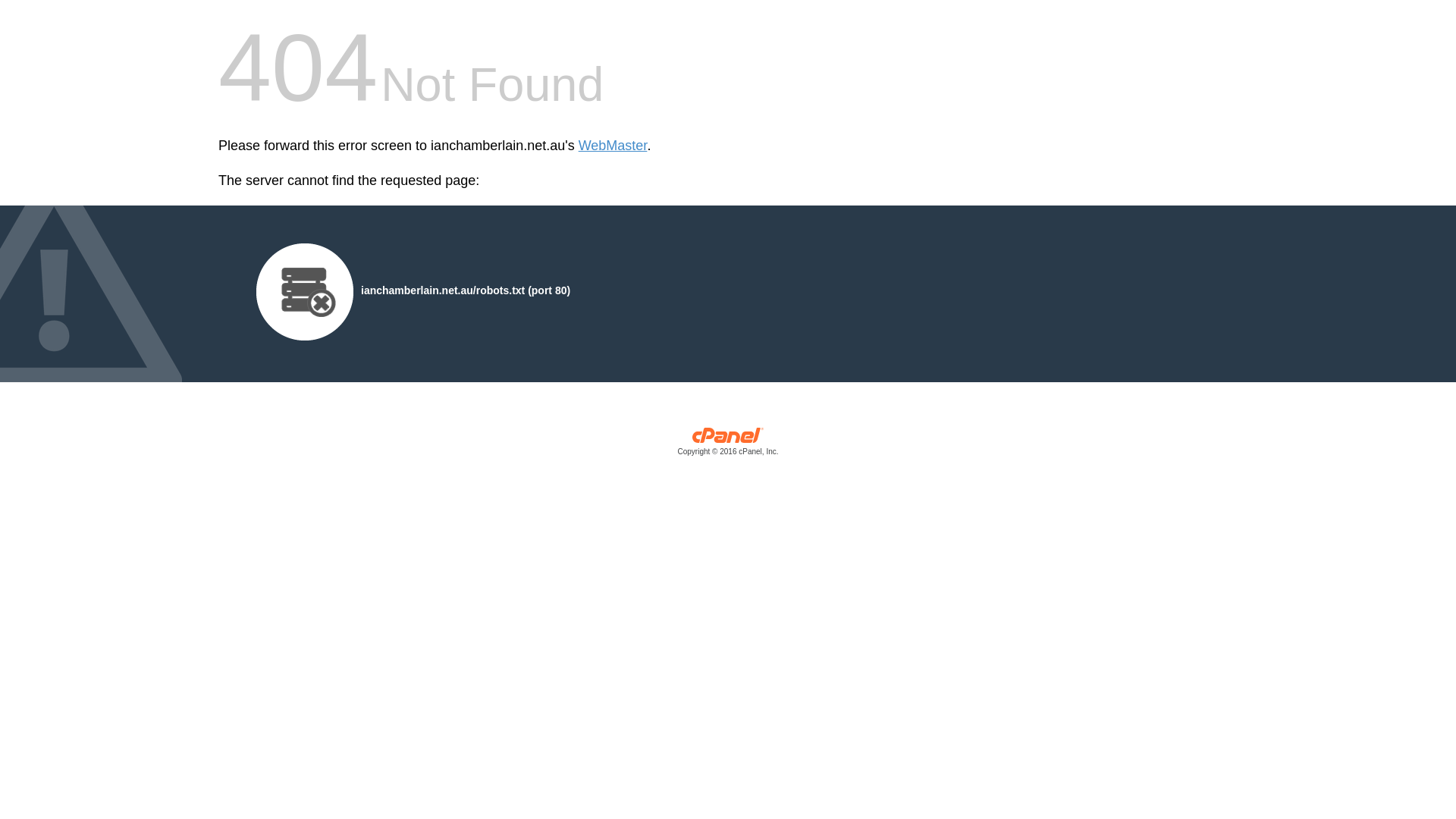 The image size is (1456, 819). I want to click on 'WebMaster', so click(613, 146).